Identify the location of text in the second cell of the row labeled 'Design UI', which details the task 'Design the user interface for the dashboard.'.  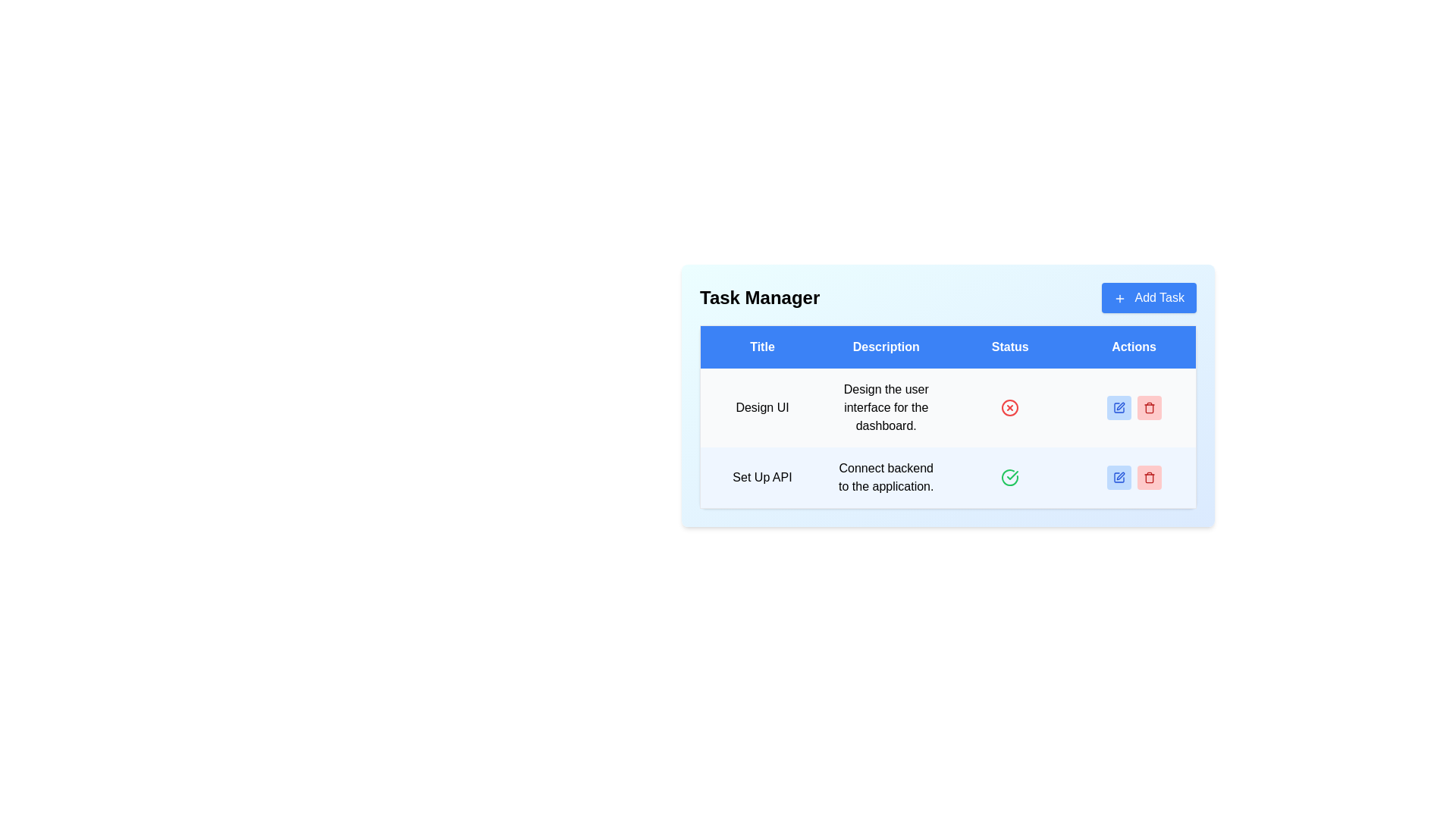
(886, 406).